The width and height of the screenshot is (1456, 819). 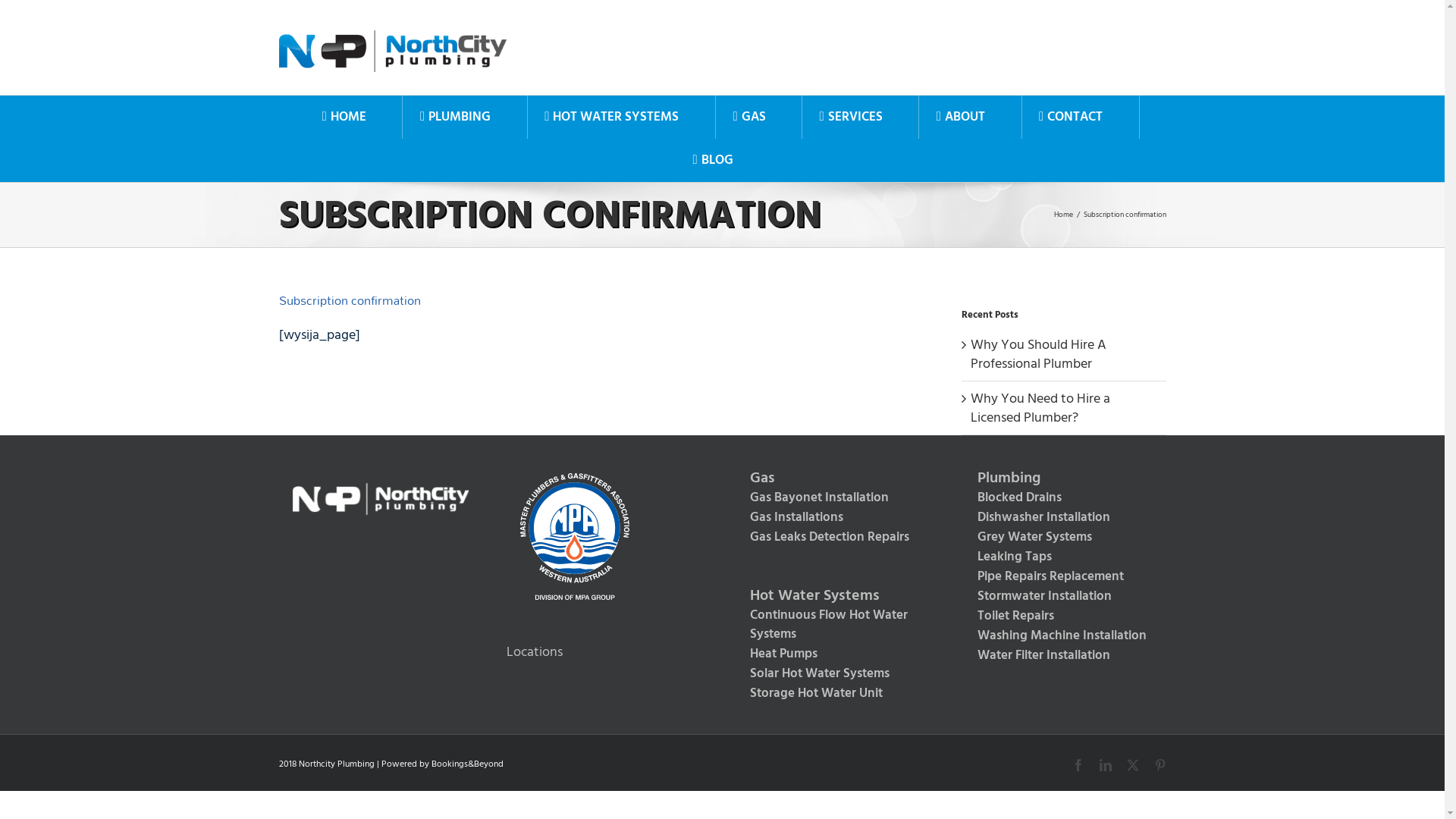 I want to click on 'Grey Water Systems', so click(x=961, y=537).